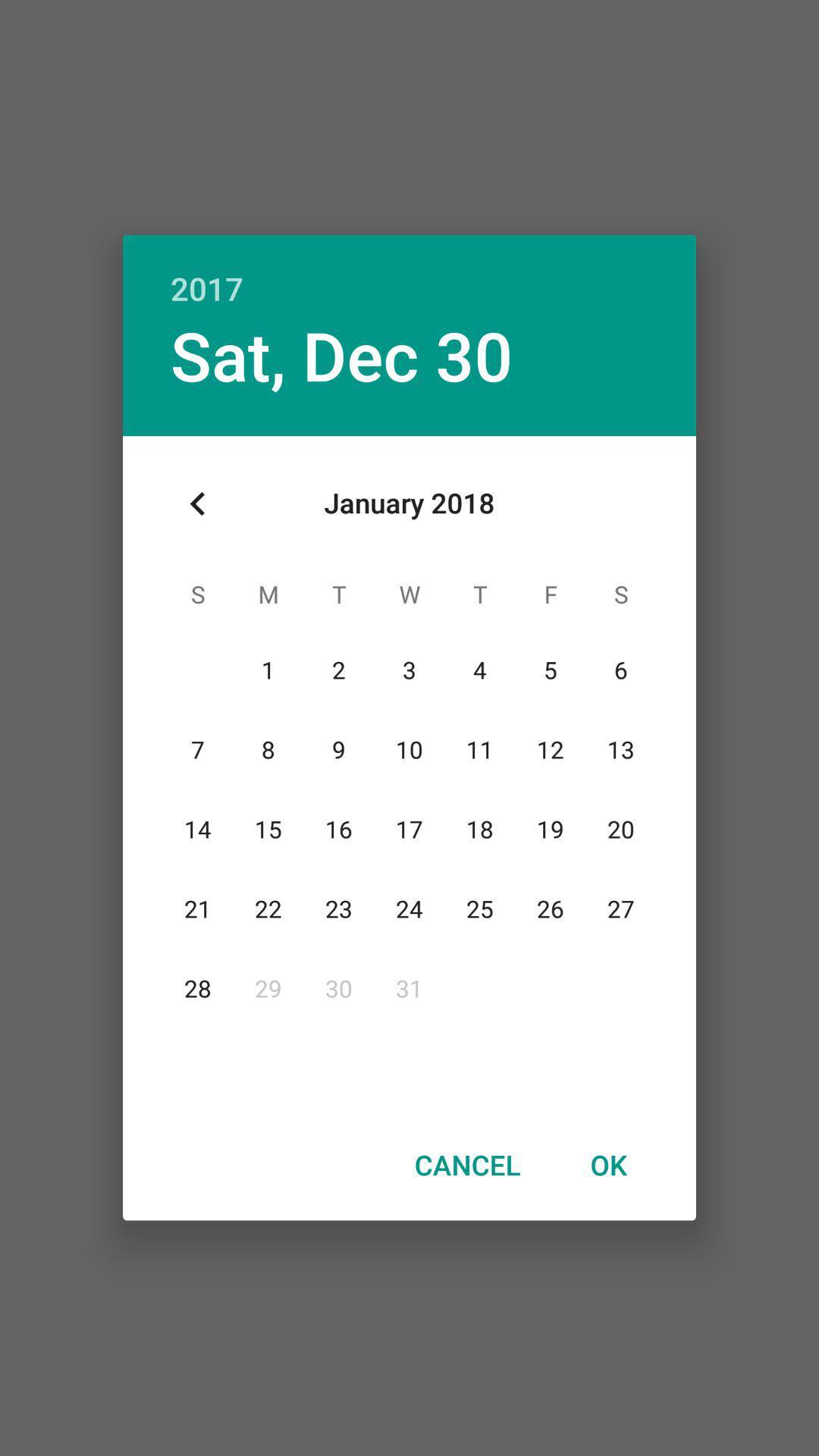 This screenshot has height=1456, width=819. Describe the element at coordinates (466, 1164) in the screenshot. I see `icon at the bottom` at that location.